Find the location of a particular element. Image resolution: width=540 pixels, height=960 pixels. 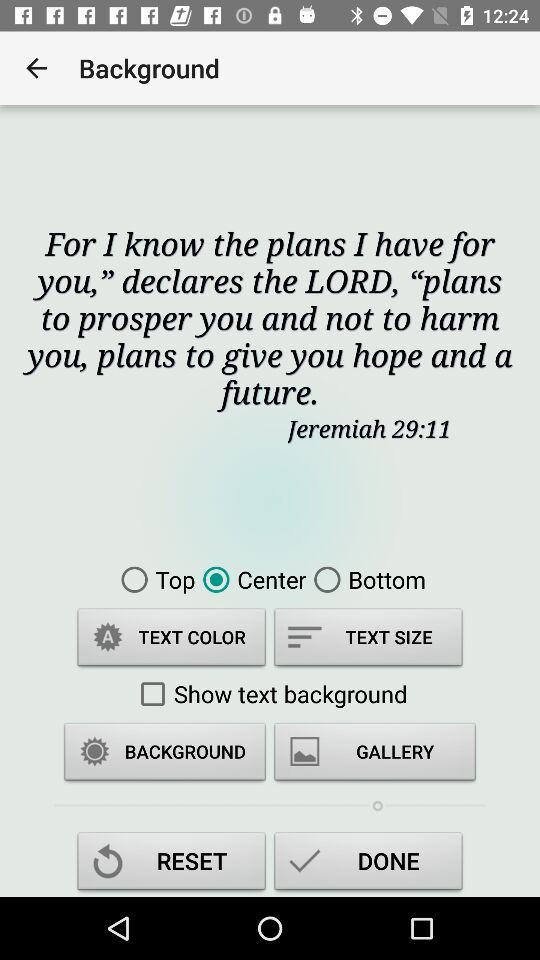

the done item is located at coordinates (367, 863).